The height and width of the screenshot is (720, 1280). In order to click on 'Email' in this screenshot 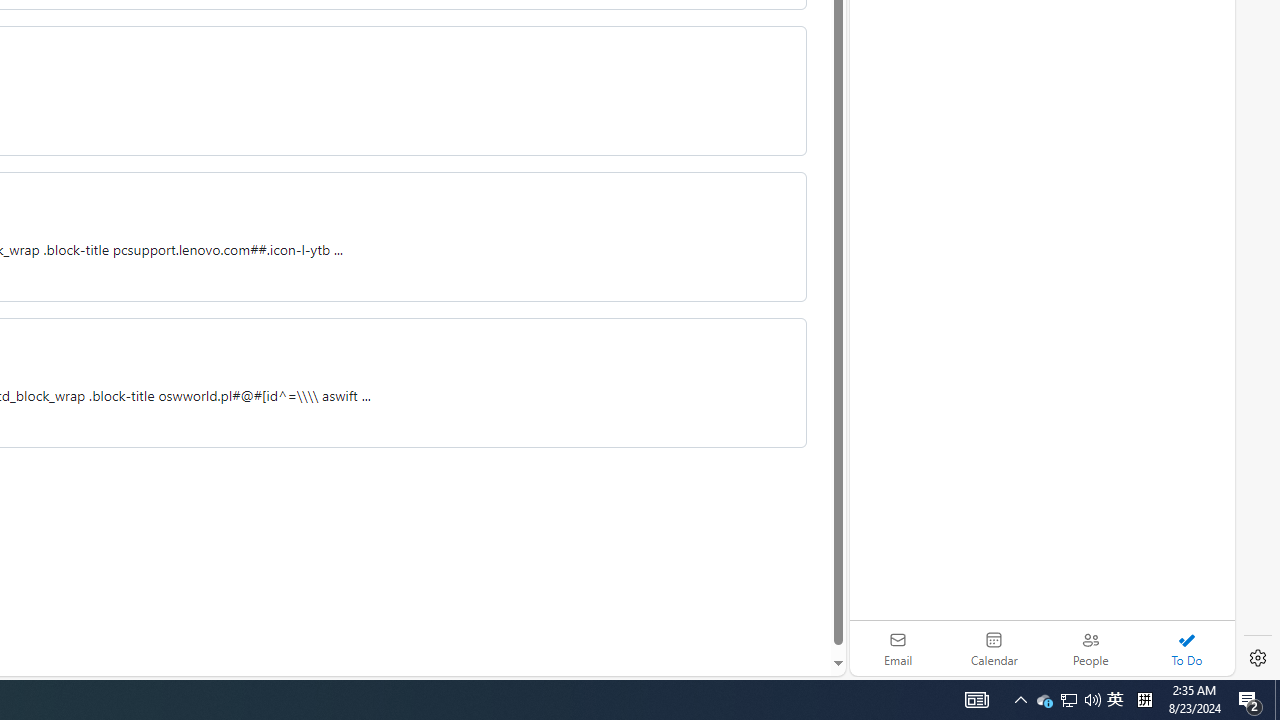, I will do `click(897, 648)`.